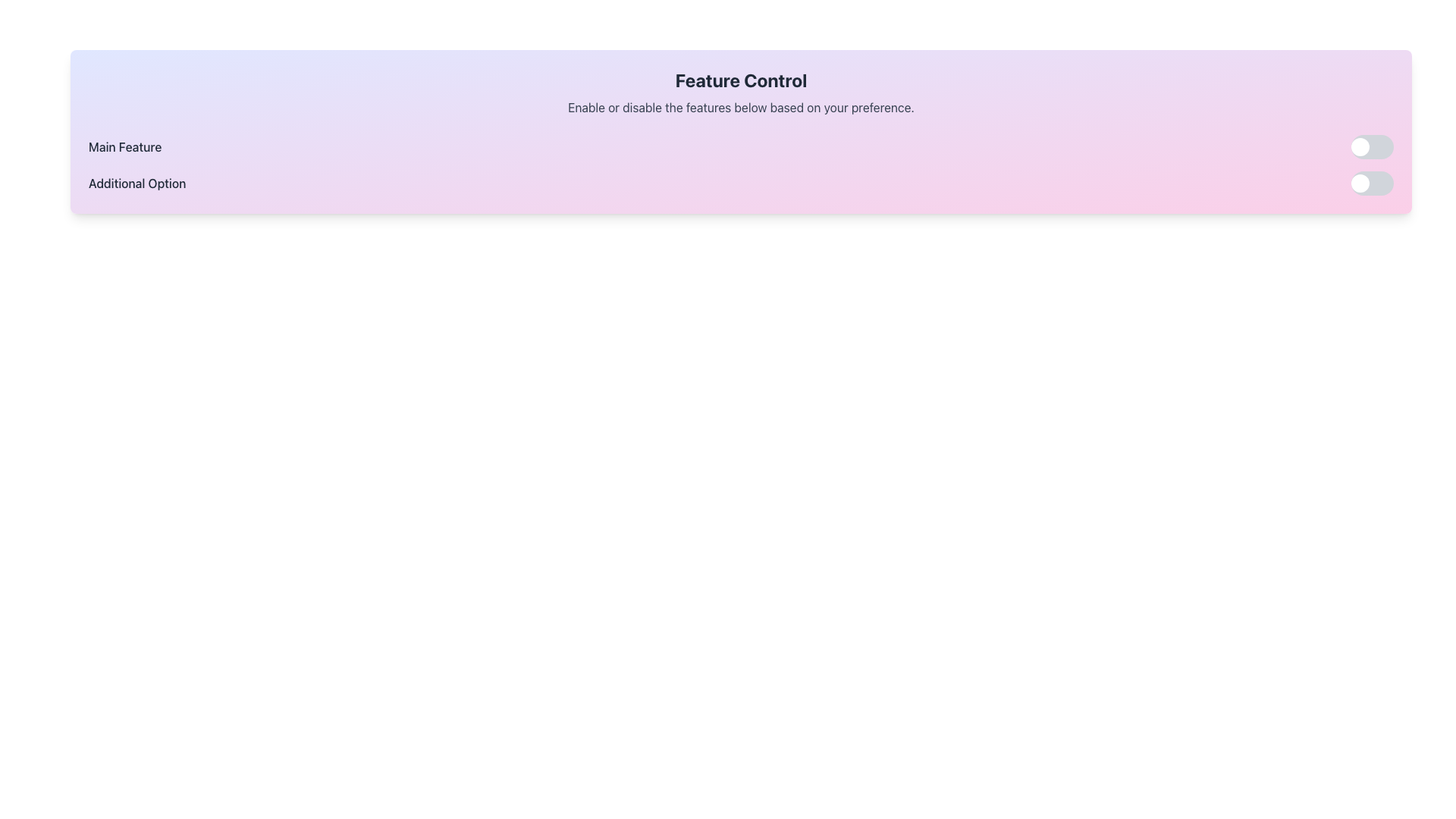 The width and height of the screenshot is (1456, 819). I want to click on the toggle switch located at the far right end of the row labeled 'Main Feature', so click(1372, 146).